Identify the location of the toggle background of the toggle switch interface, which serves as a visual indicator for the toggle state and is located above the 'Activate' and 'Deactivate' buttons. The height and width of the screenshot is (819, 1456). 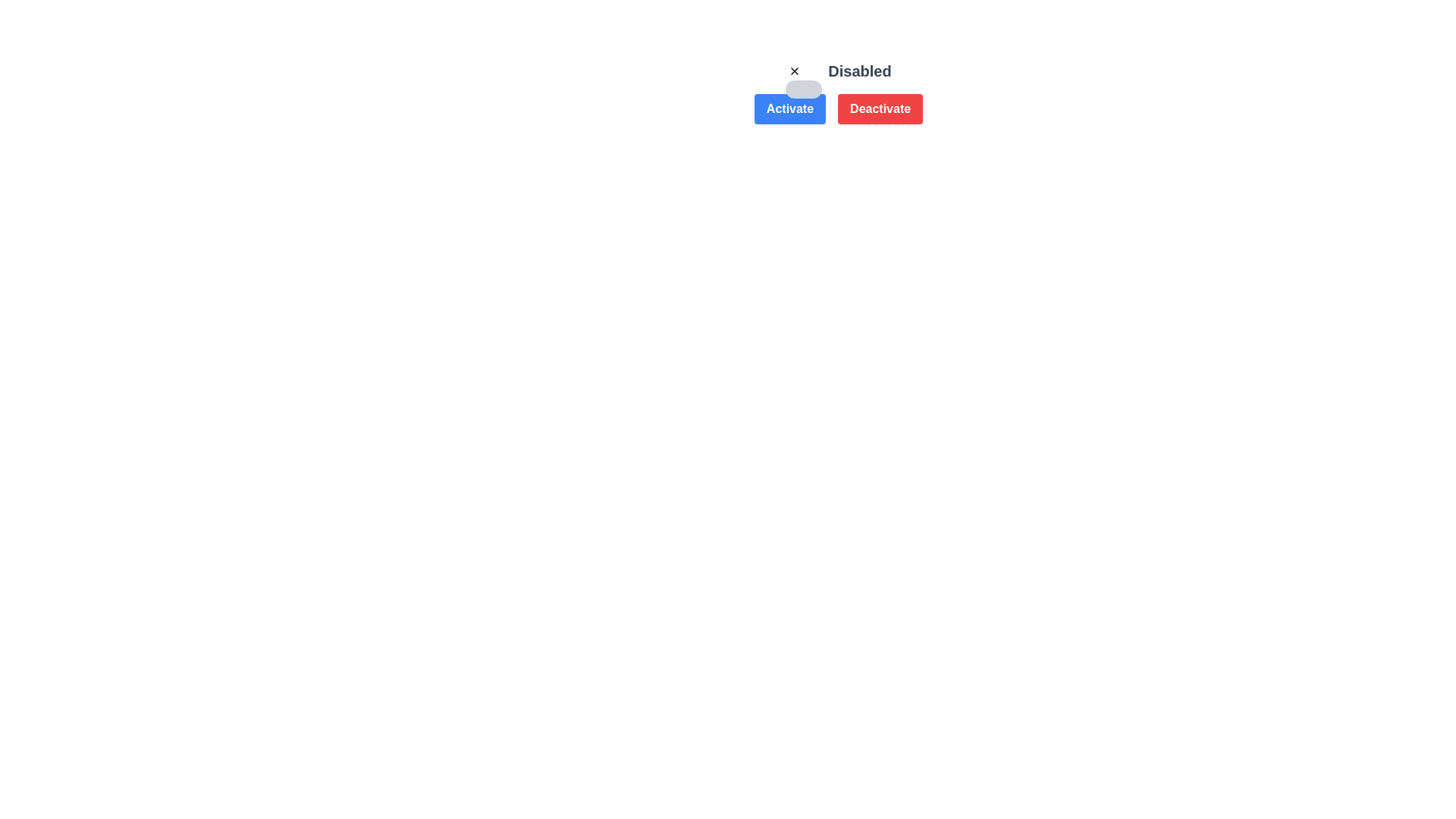
(803, 89).